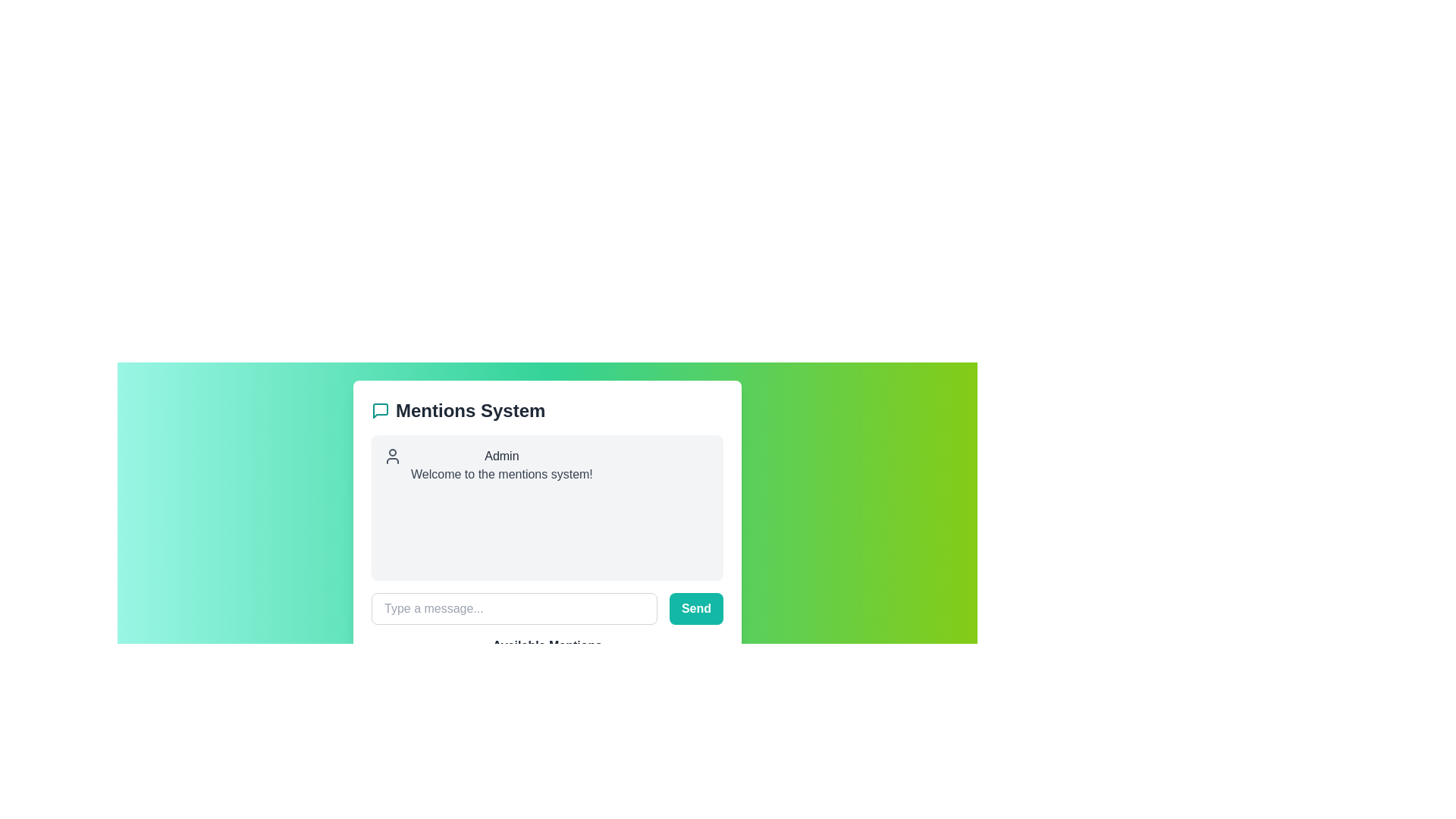 This screenshot has width=1456, height=819. I want to click on the speech bubble icon located next to the 'Mentions System' title at the top of the interface, so click(381, 411).